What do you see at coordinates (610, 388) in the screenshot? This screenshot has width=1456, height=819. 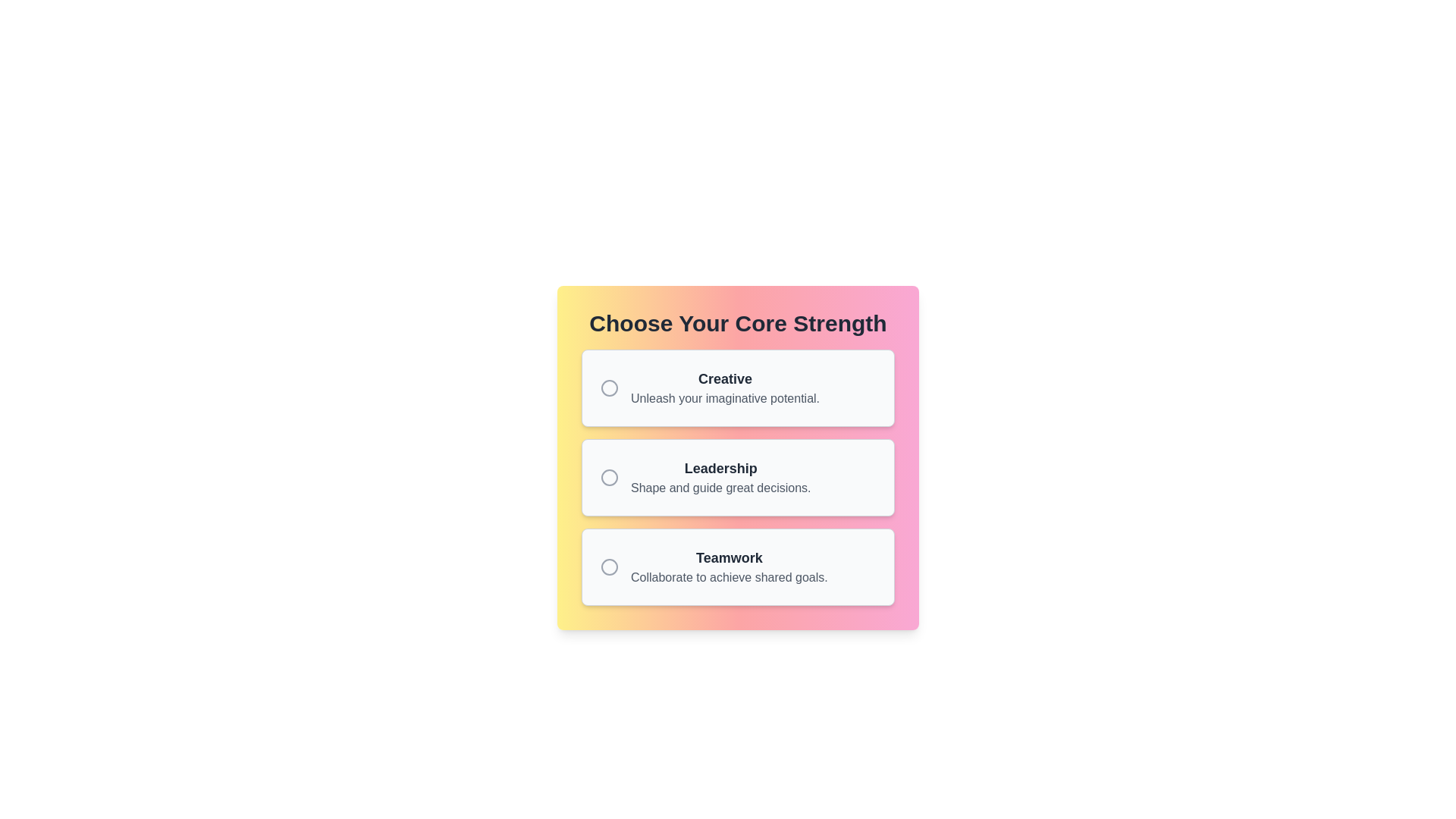 I see `the radio button styled as a circle to select the 'Creative' option from the list of core strengths, which is positioned at the leftmost side of the 'Creative' section` at bounding box center [610, 388].